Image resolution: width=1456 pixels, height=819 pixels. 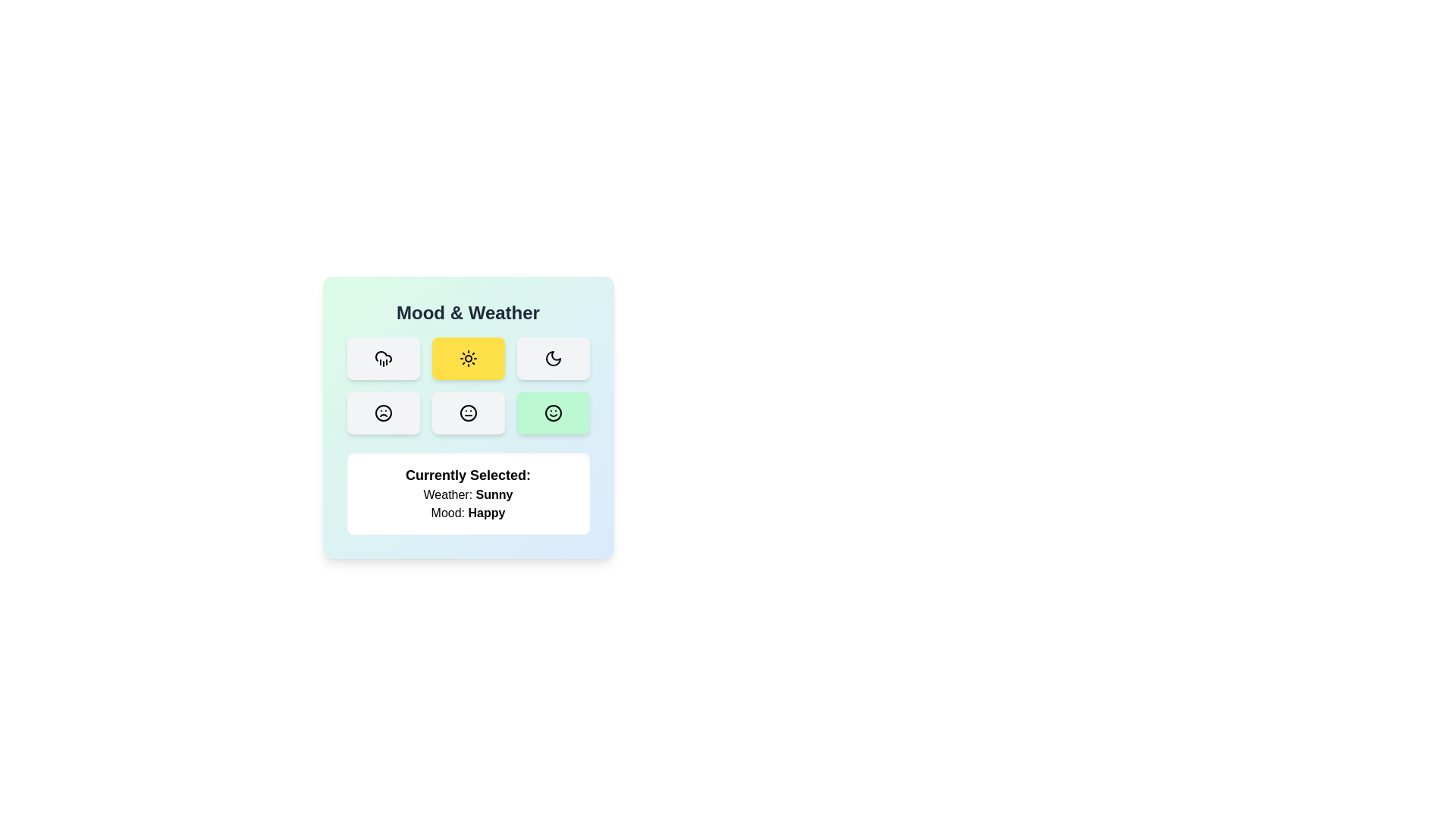 I want to click on the moon icon button, which is a minimalist outline design with a crescent shape, located in the top-right corner of the grid of six icons, so click(x=552, y=359).